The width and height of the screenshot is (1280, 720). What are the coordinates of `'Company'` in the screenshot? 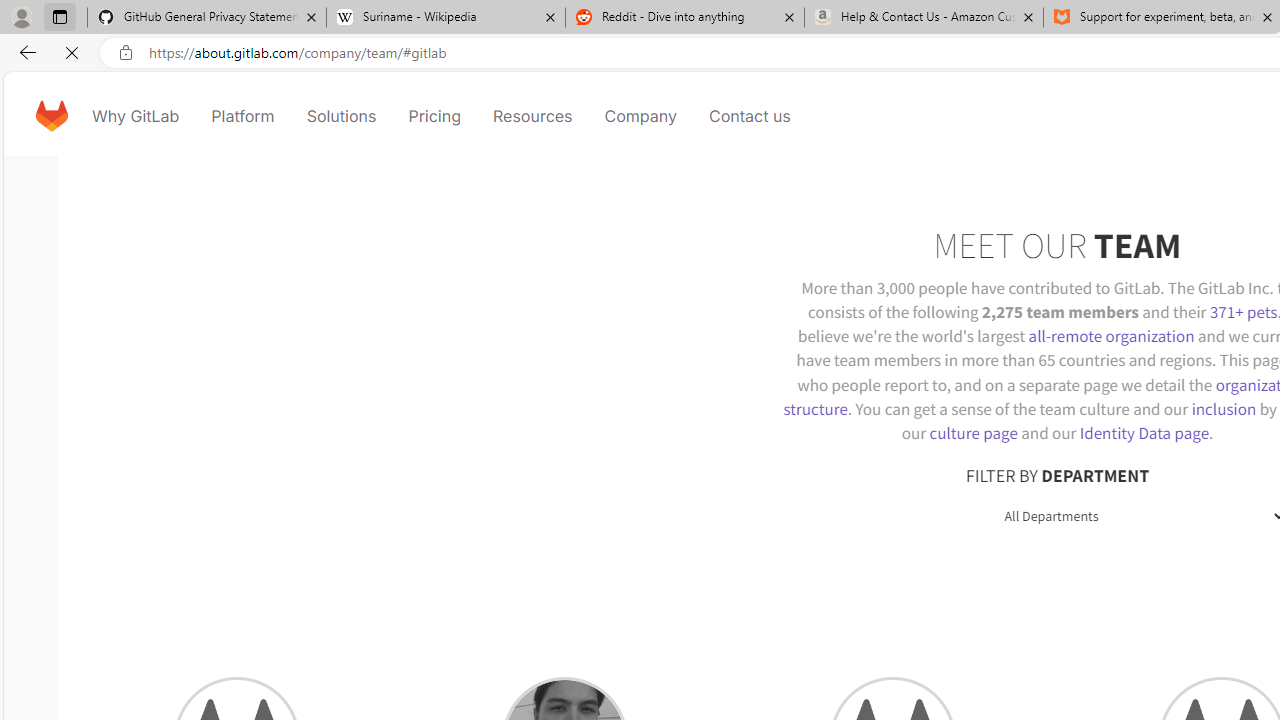 It's located at (640, 115).